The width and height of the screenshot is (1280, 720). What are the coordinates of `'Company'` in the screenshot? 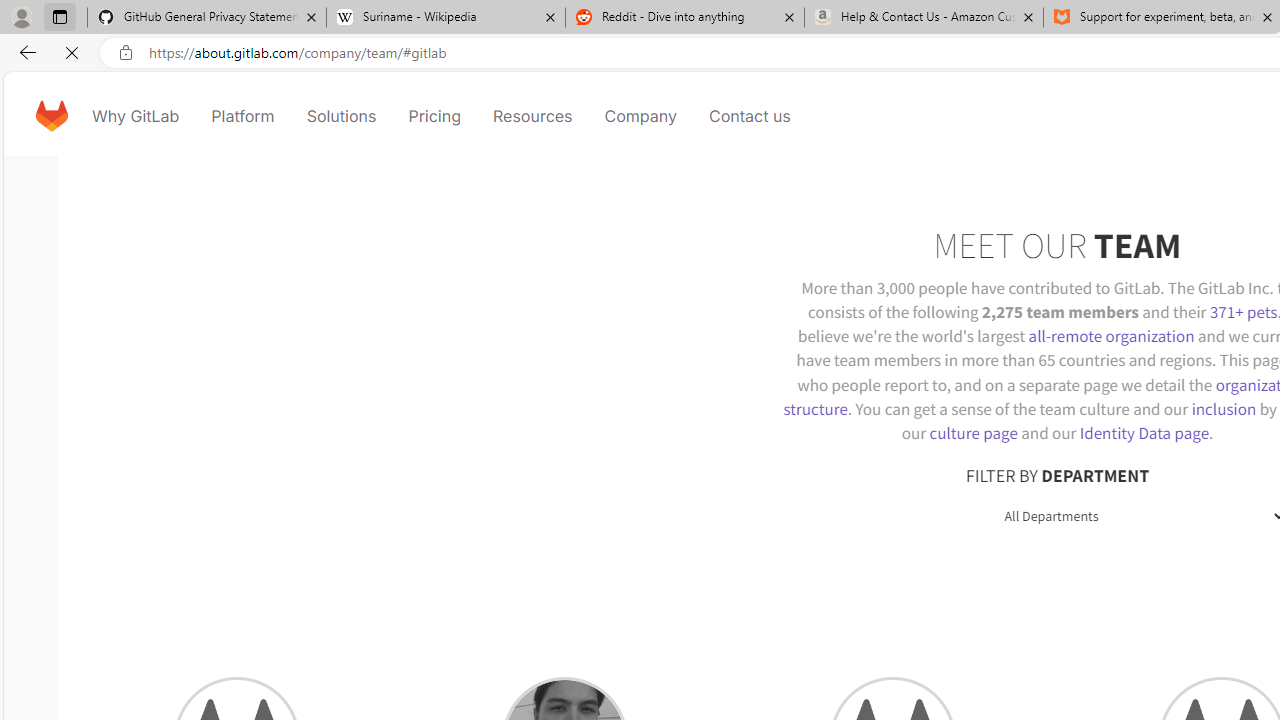 It's located at (640, 115).